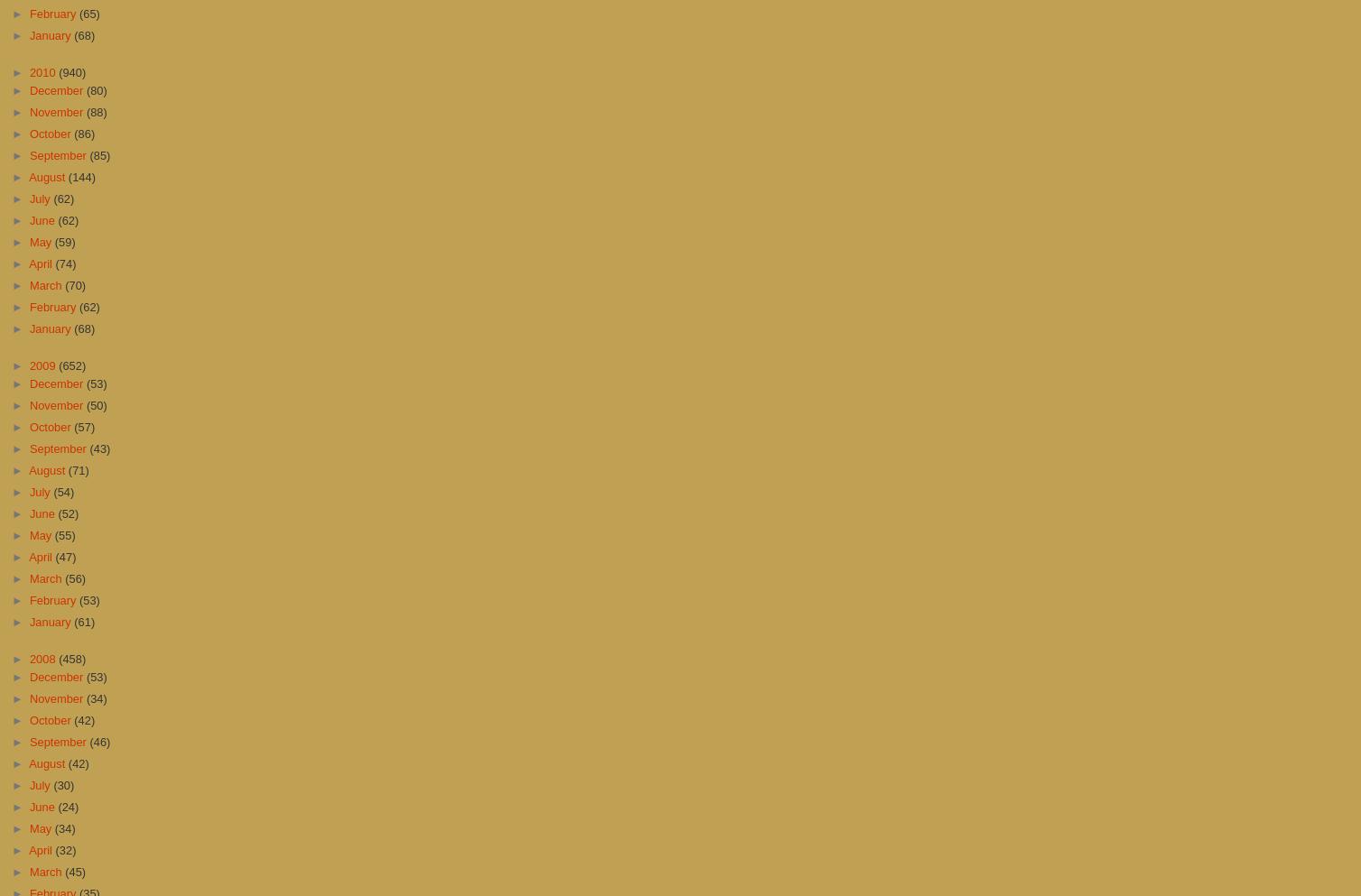  I want to click on '(56)', so click(75, 577).